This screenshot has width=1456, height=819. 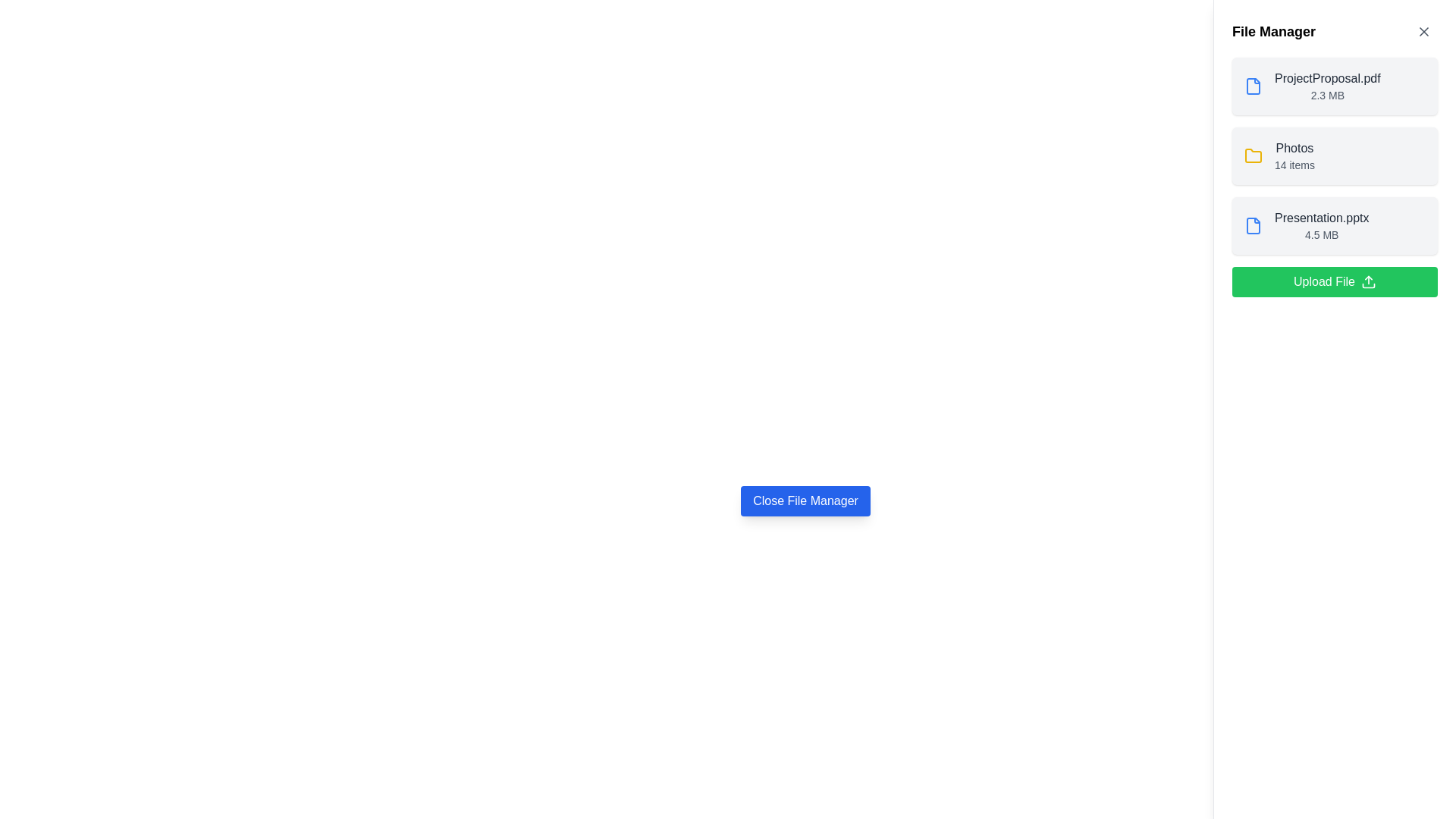 I want to click on the folder icon with a yellow outline in the second item of the list within the 'File Manager' section, so click(x=1253, y=155).